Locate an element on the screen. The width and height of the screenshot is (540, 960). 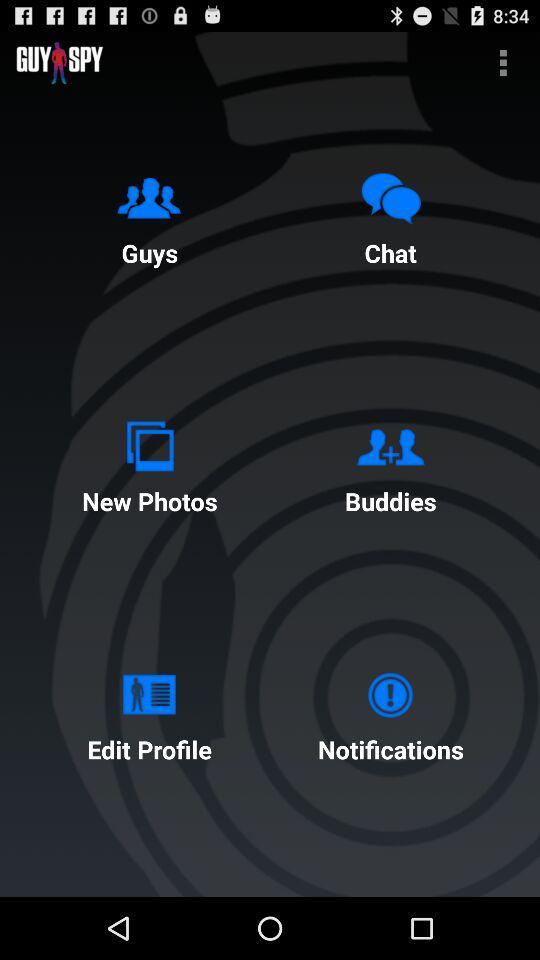
the edit profile item is located at coordinates (148, 712).